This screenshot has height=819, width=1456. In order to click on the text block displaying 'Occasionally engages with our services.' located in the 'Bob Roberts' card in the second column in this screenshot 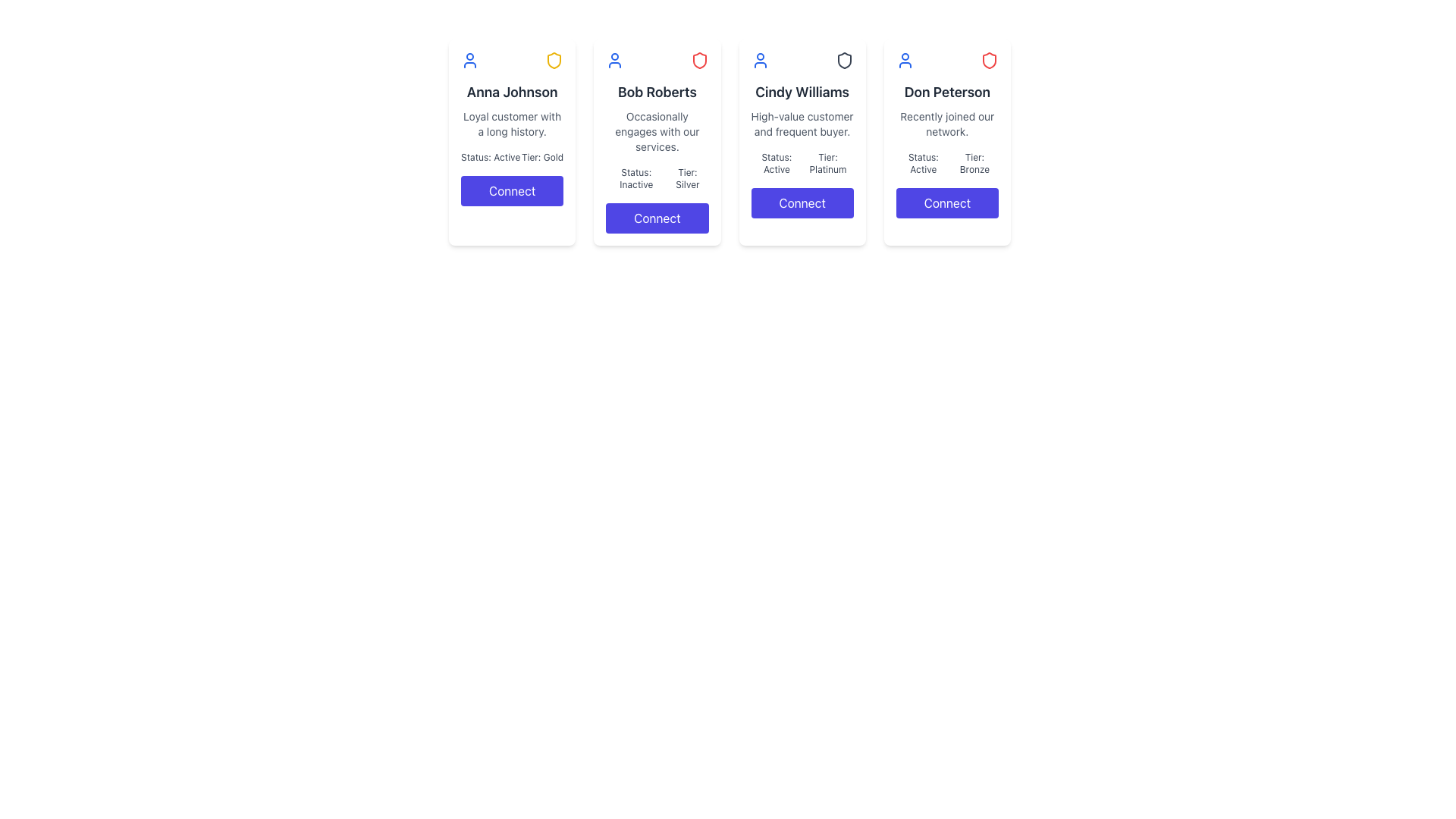, I will do `click(657, 130)`.